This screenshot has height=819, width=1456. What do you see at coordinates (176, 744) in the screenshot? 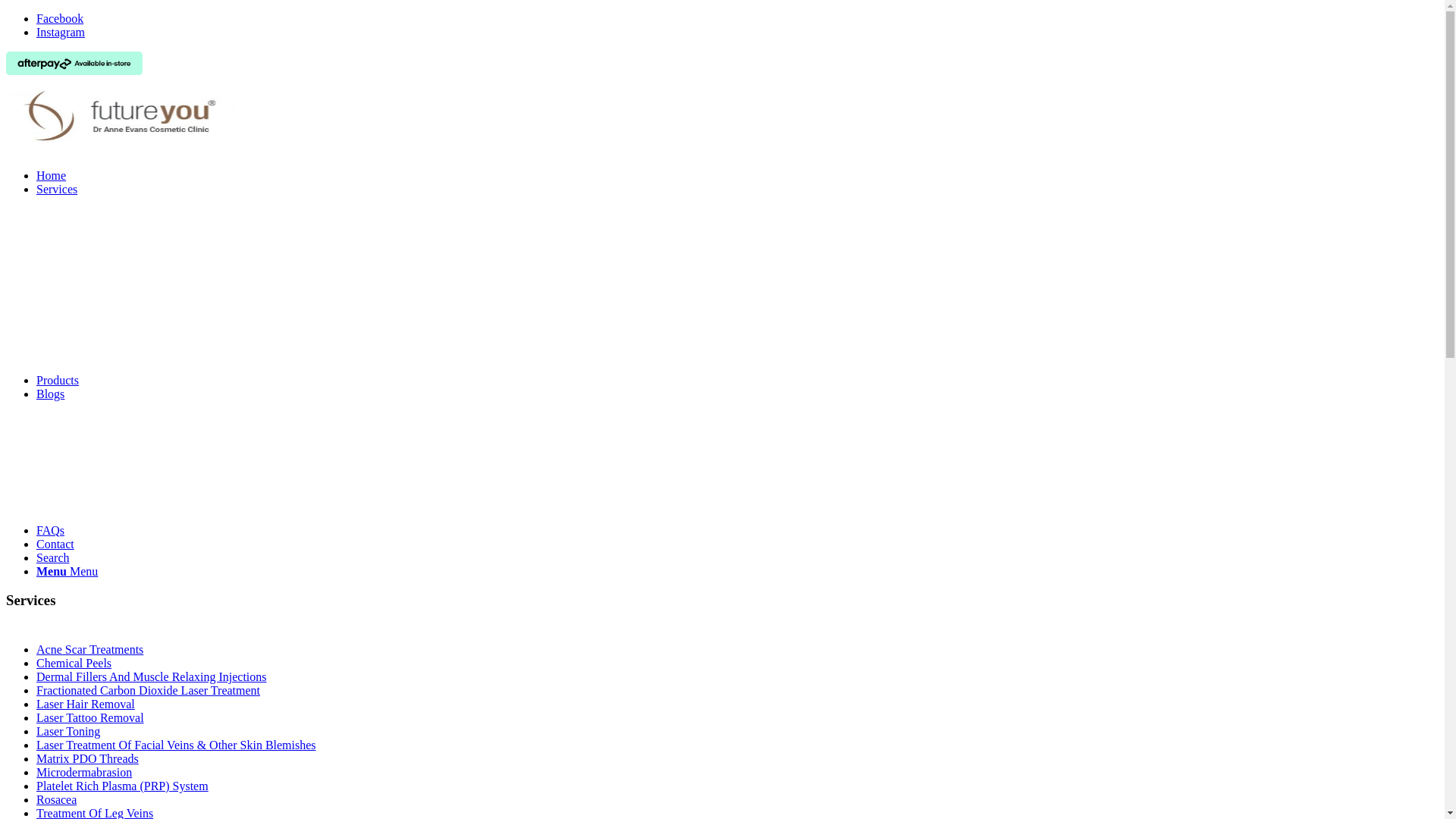
I see `'Laser Treatment Of Facial Veins & Other Skin Blemishes'` at bounding box center [176, 744].